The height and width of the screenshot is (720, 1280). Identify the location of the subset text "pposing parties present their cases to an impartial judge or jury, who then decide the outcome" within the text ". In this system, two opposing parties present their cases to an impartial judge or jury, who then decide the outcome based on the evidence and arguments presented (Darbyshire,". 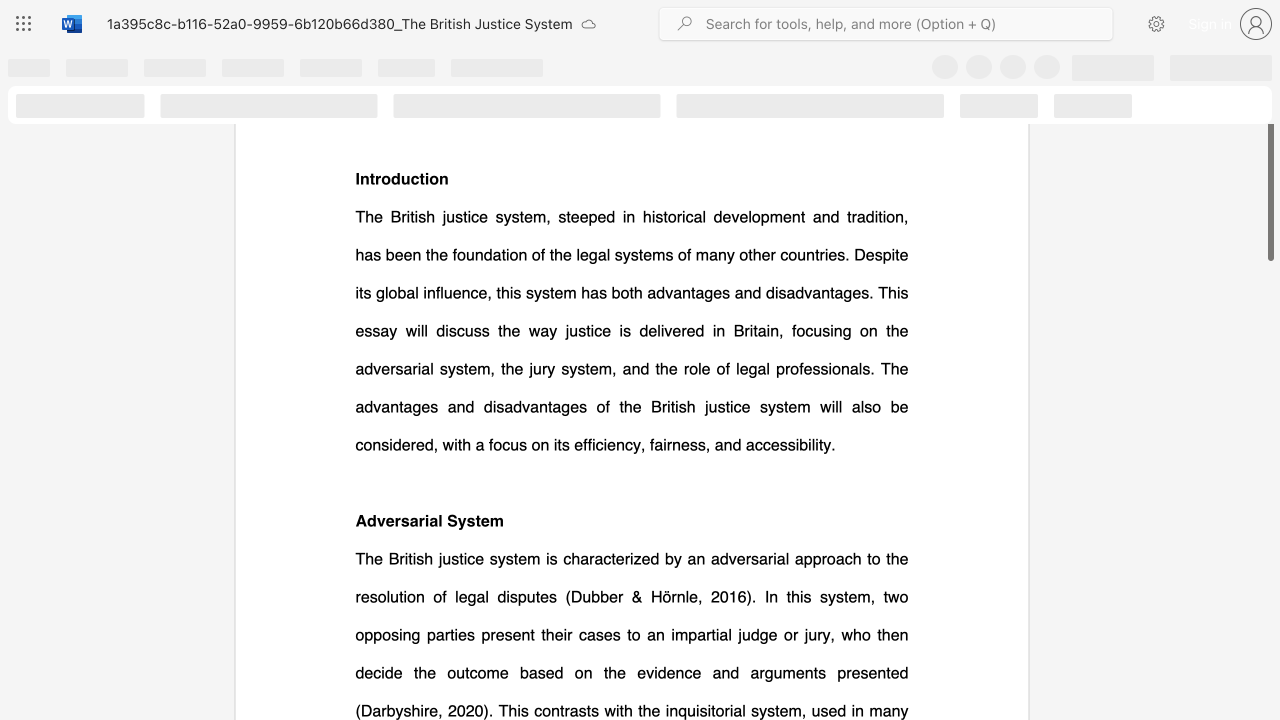
(364, 634).